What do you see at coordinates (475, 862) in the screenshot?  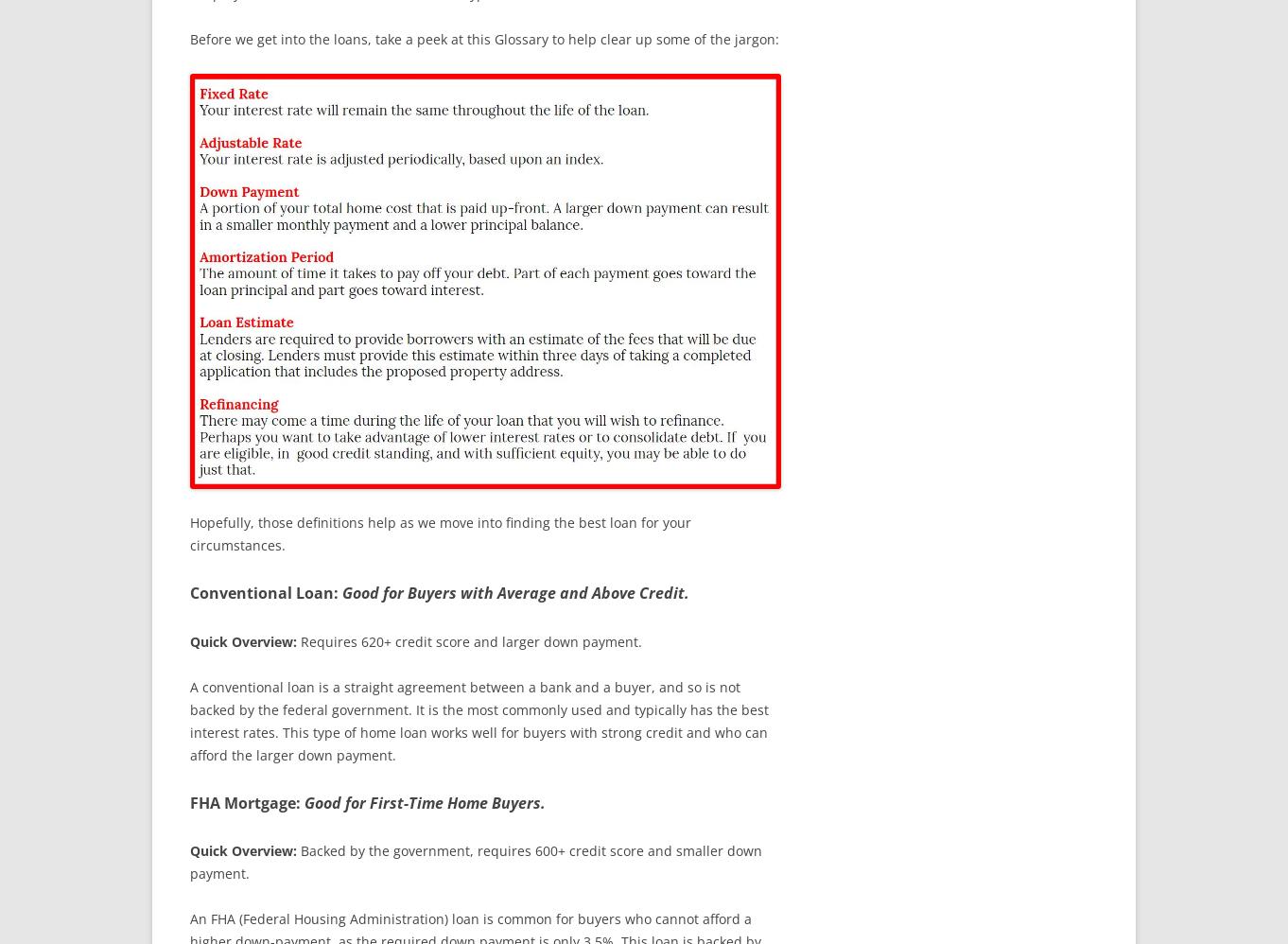 I see `'Backed by the government, requires 600+ credit score and smaller down payment.'` at bounding box center [475, 862].